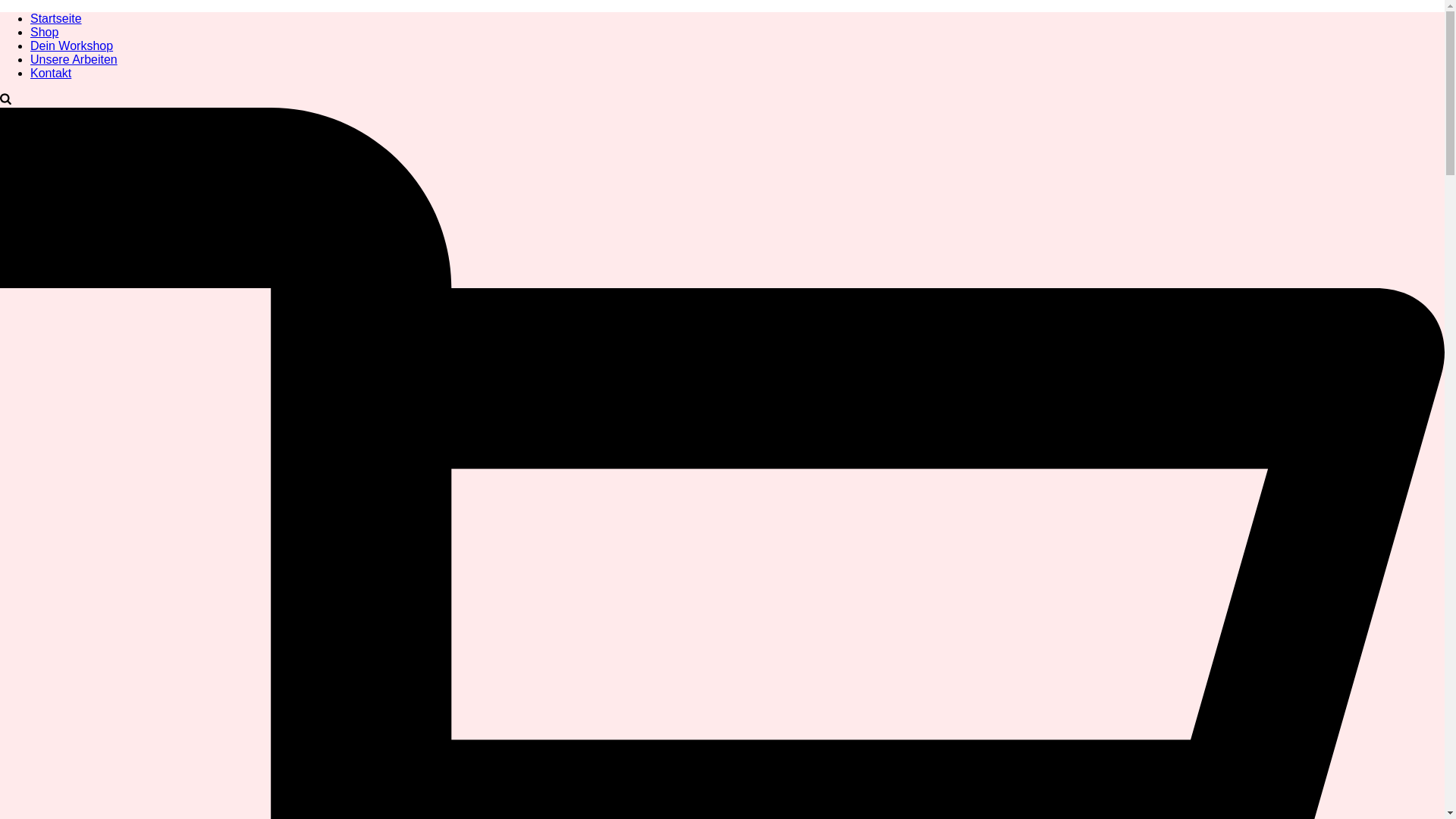 The image size is (1456, 819). What do you see at coordinates (51, 73) in the screenshot?
I see `'Kontakt'` at bounding box center [51, 73].